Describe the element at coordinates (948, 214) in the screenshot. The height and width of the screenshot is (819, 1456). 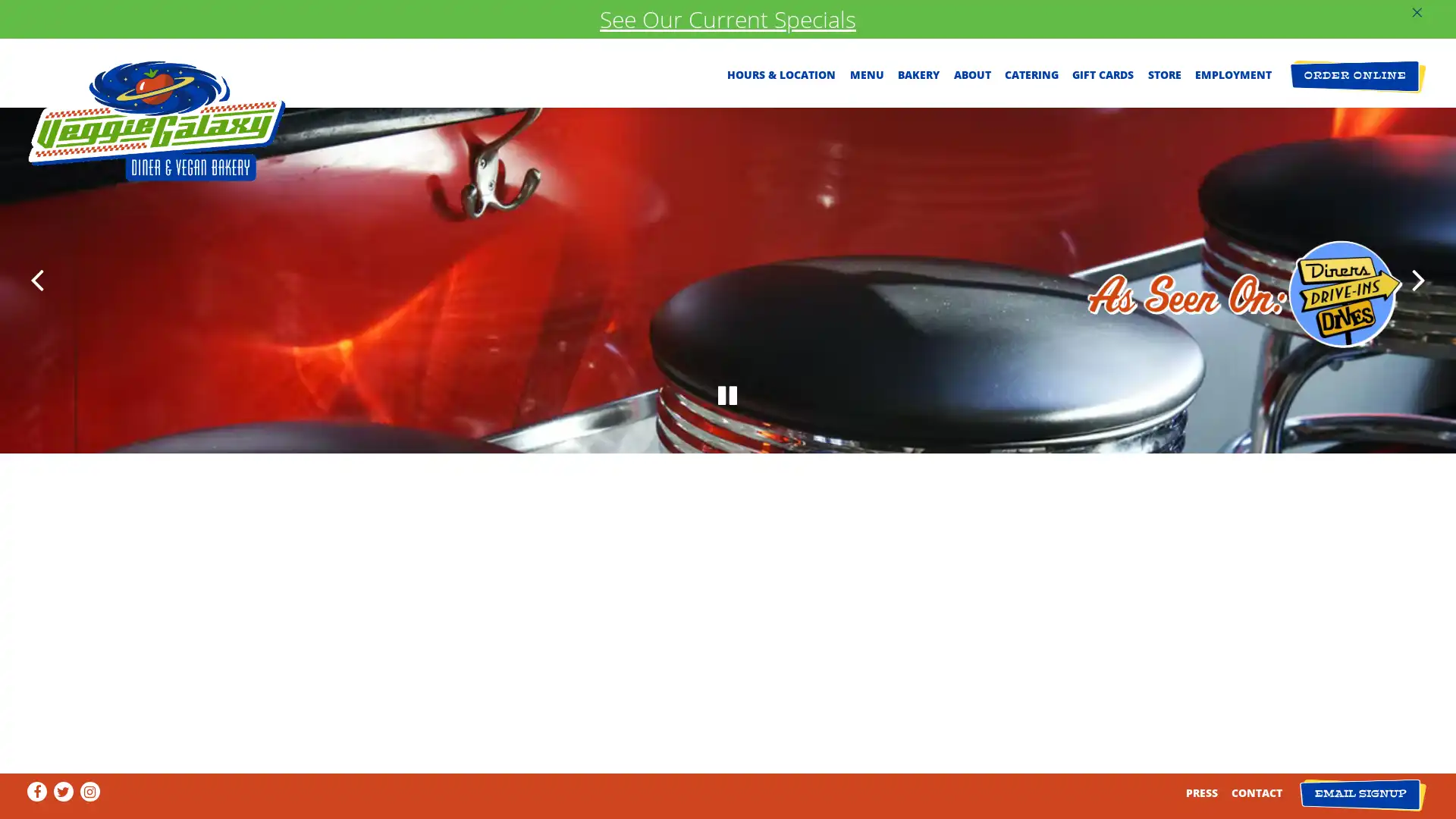
I see `Close` at that location.